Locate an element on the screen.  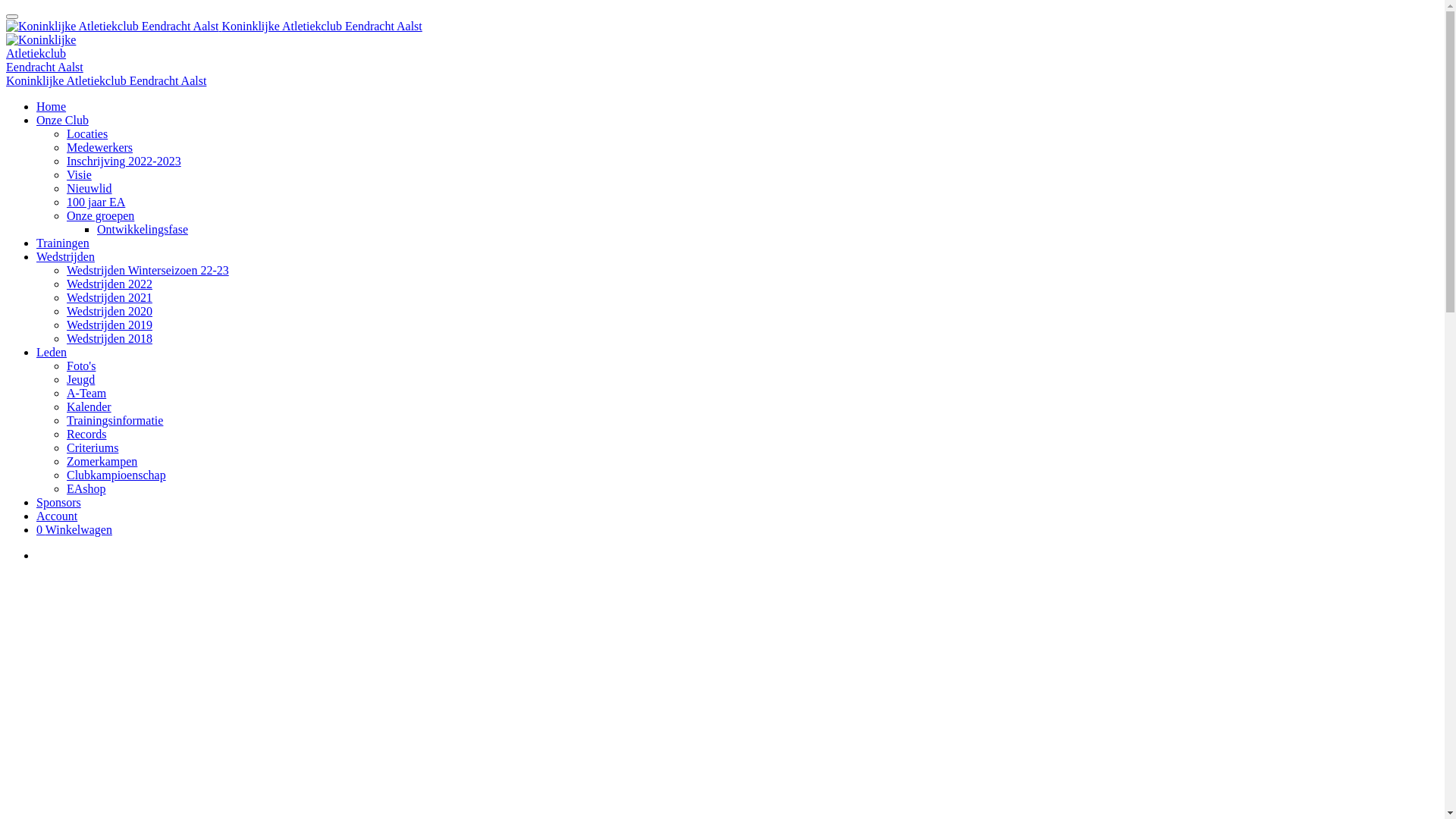
'Medewerkers' is located at coordinates (99, 147).